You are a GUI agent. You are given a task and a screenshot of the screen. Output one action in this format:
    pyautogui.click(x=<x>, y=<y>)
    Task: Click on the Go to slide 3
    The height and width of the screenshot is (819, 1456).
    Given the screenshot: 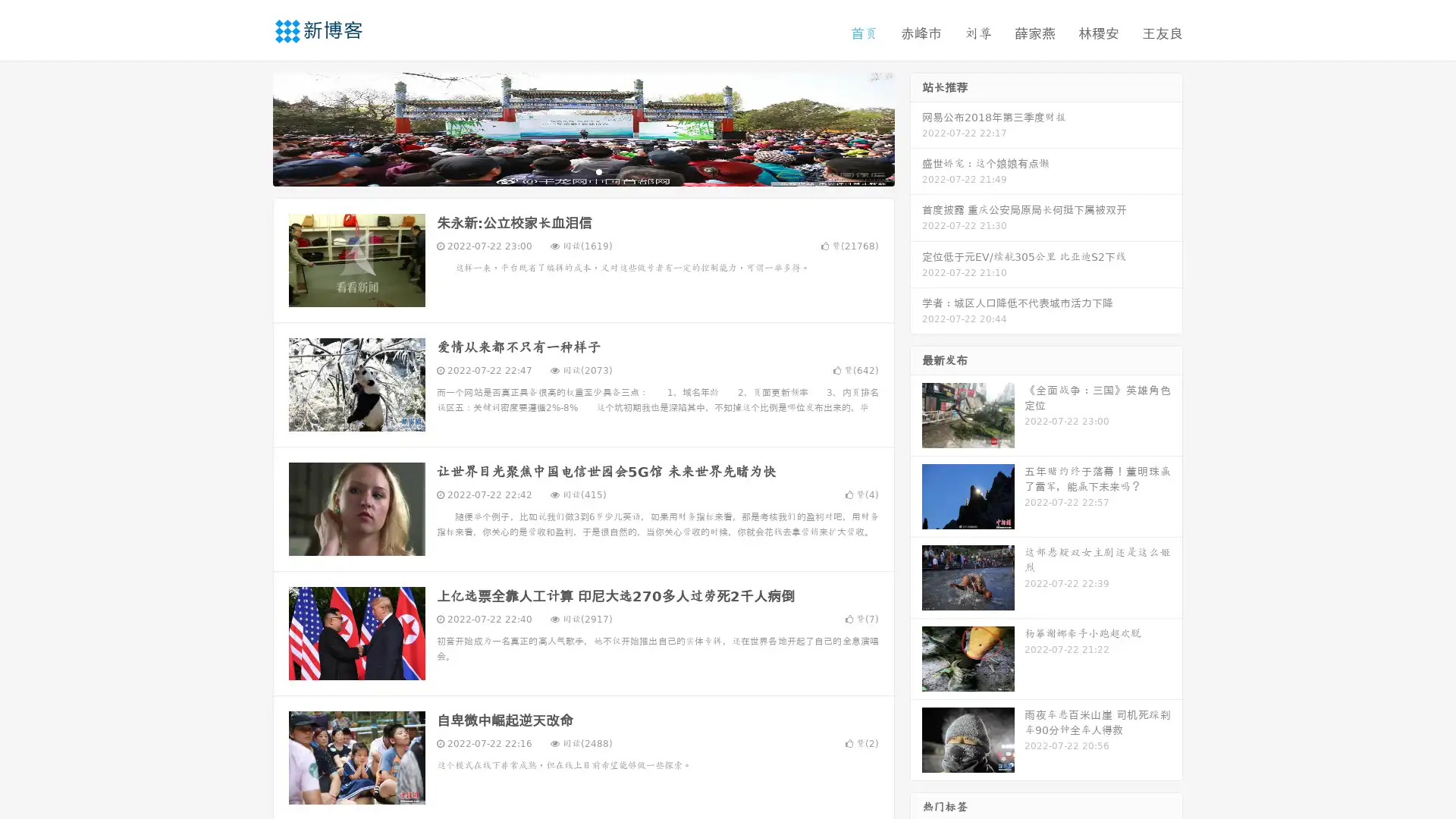 What is the action you would take?
    pyautogui.click(x=598, y=171)
    